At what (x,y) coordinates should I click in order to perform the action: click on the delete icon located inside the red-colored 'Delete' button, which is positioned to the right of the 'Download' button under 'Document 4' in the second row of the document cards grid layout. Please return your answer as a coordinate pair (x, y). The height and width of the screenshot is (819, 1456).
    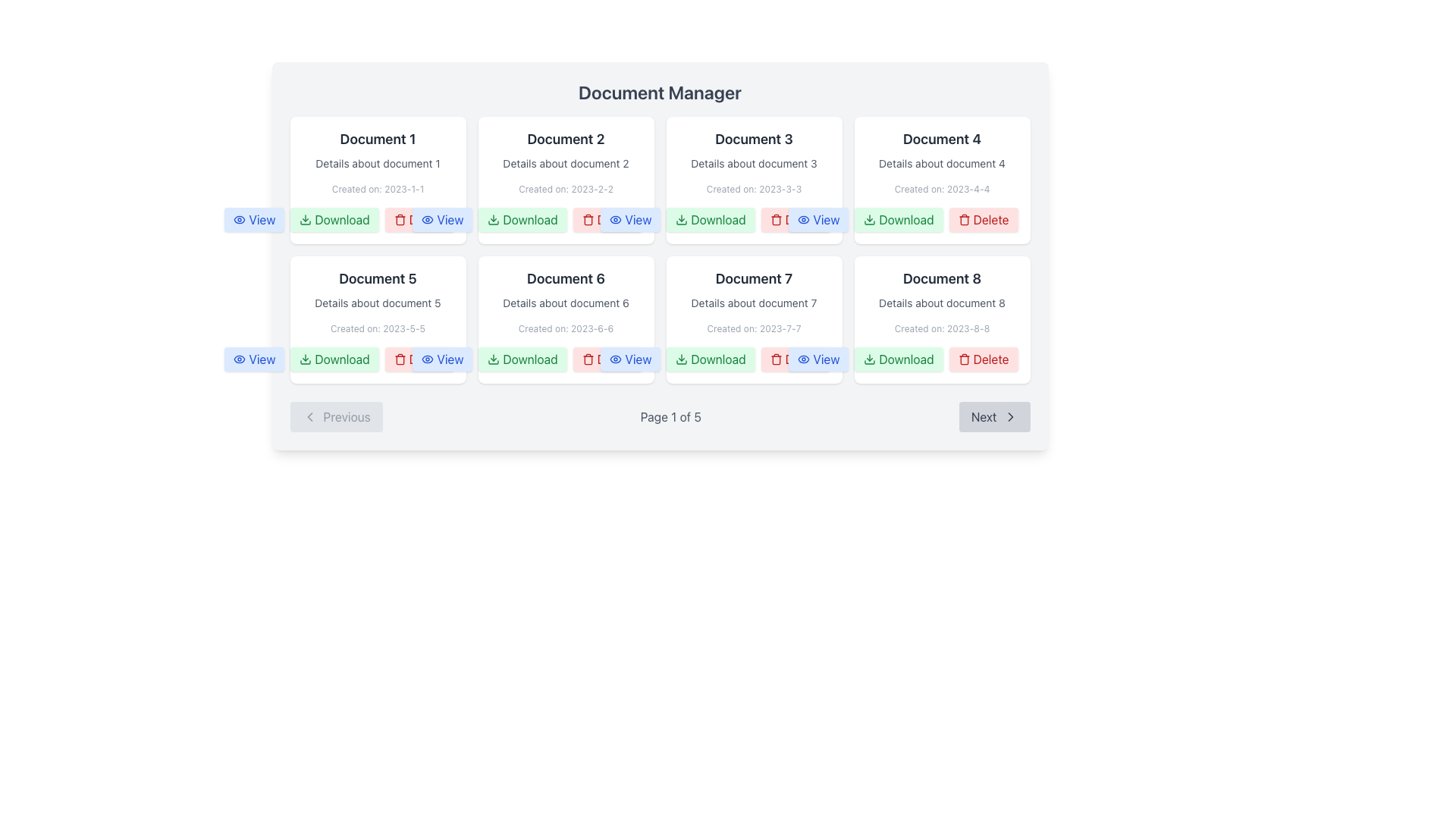
    Looking at the image, I should click on (963, 219).